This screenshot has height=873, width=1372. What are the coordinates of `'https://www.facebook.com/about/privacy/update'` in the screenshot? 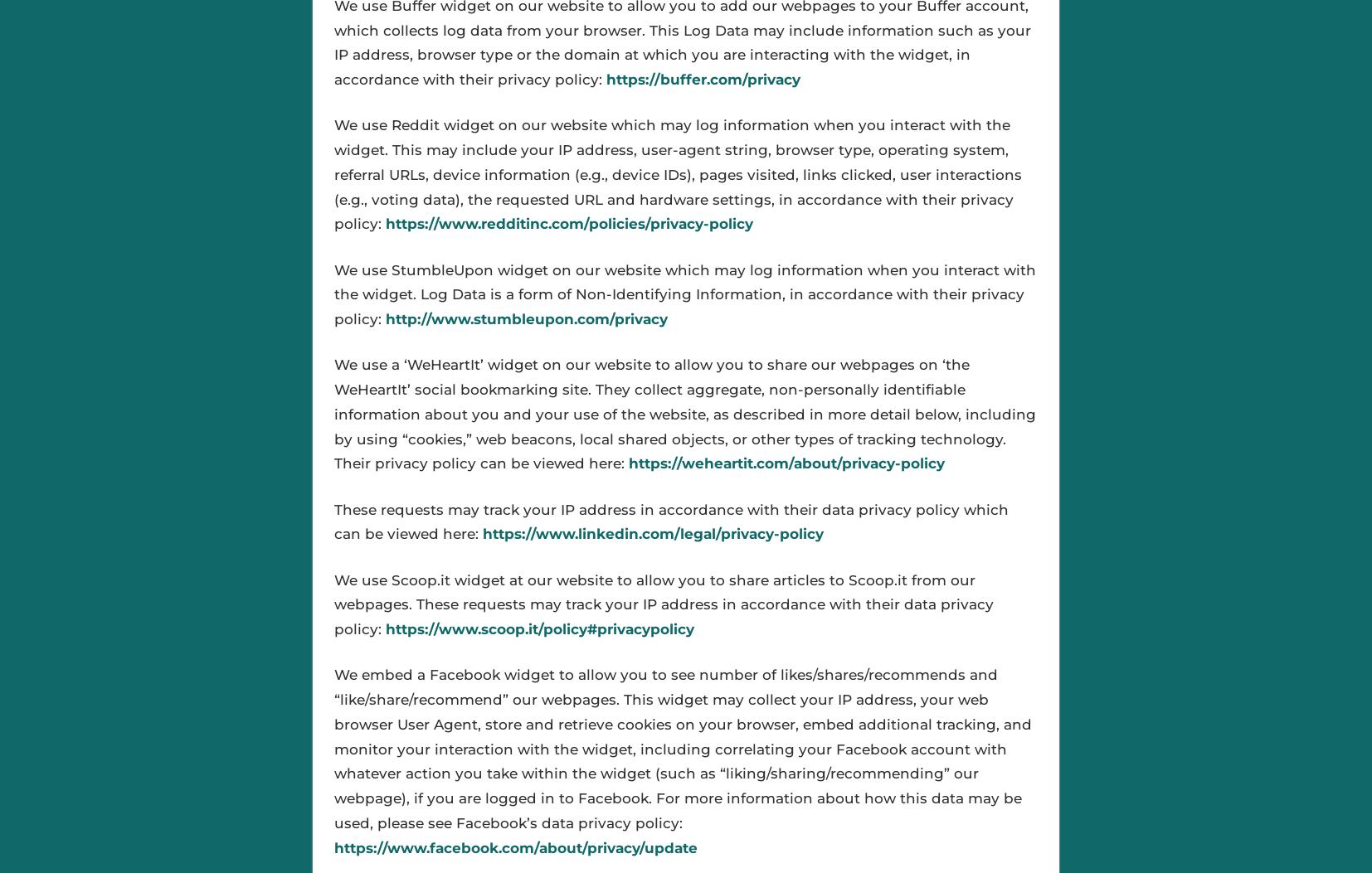 It's located at (515, 846).